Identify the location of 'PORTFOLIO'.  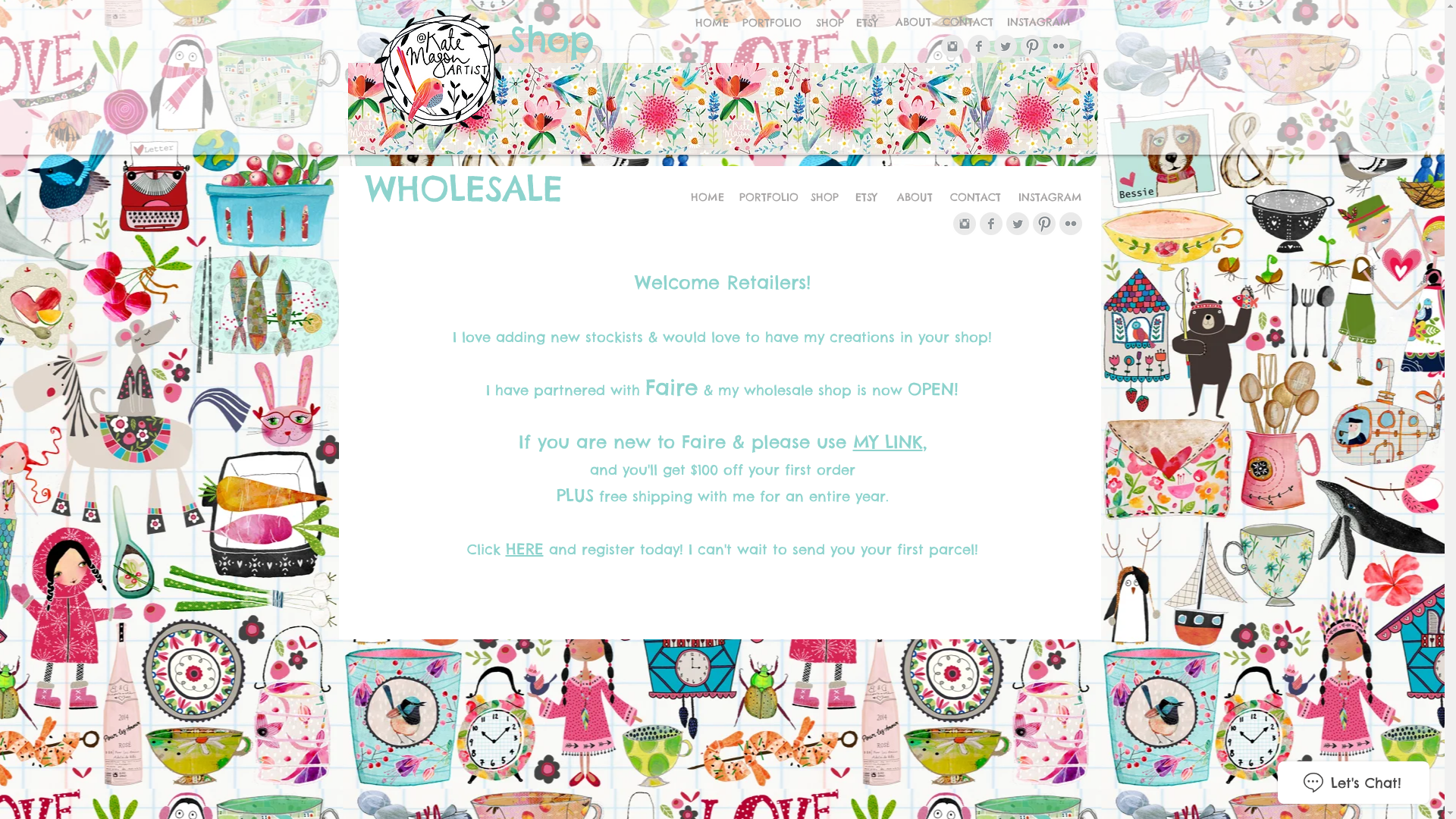
(771, 23).